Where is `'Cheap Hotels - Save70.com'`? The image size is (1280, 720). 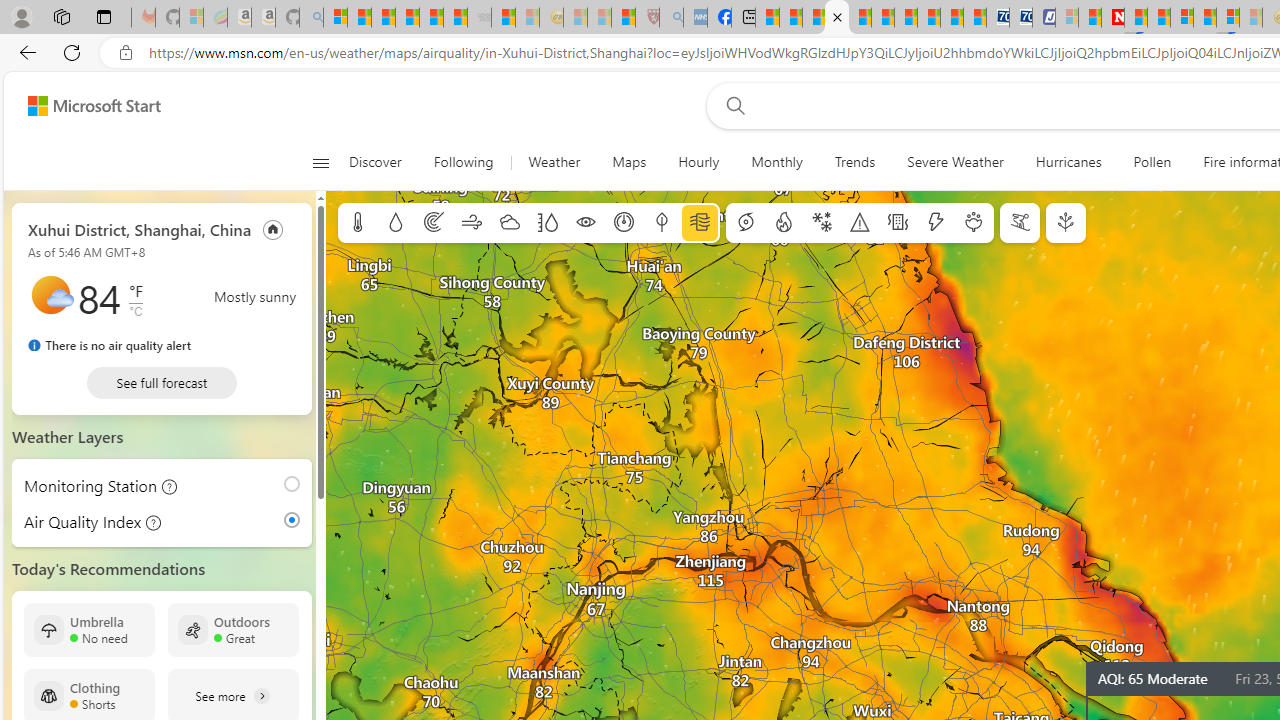
'Cheap Hotels - Save70.com' is located at coordinates (1020, 17).